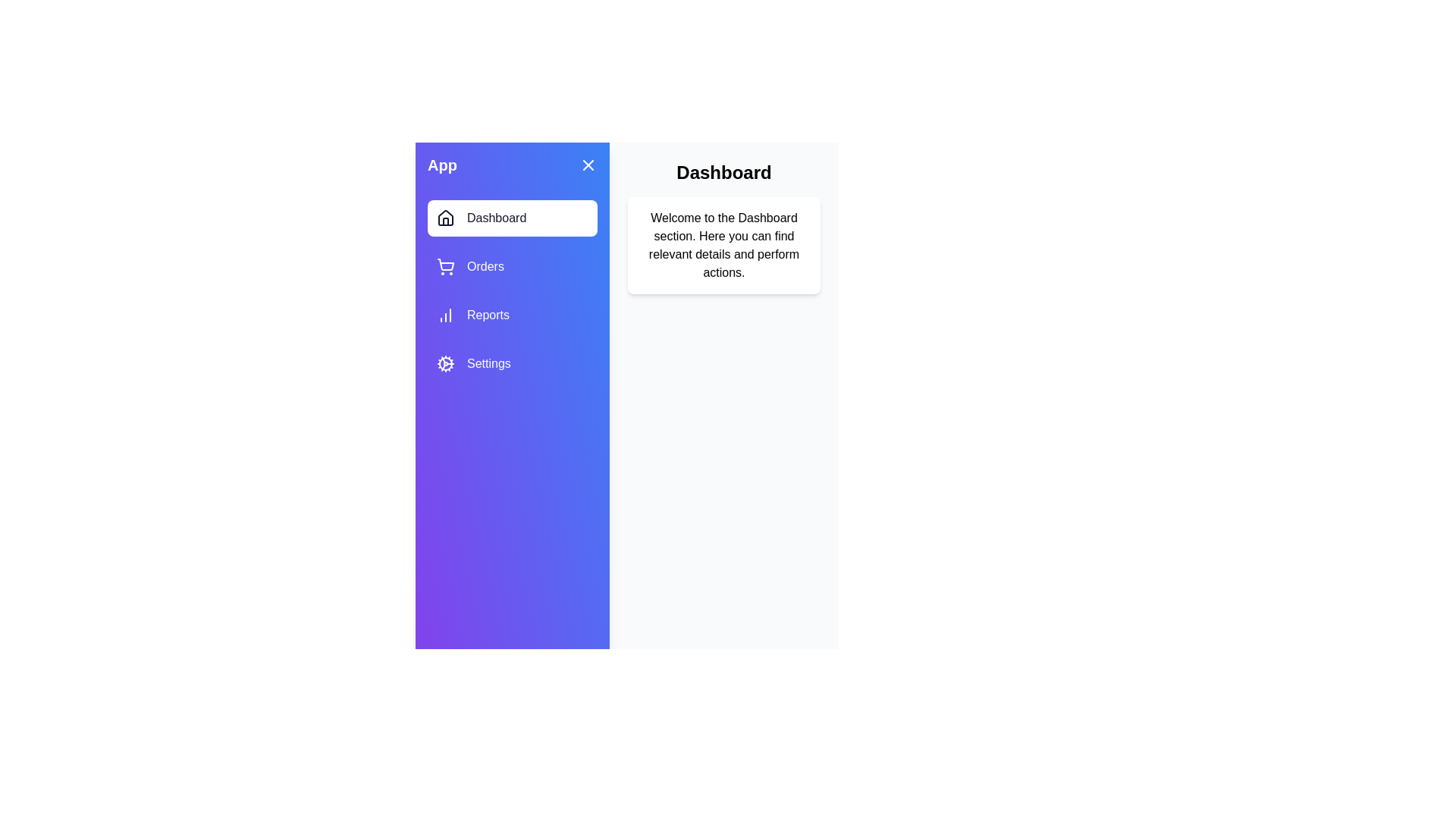  I want to click on button with the 'X' icon to toggle the drawer's state, so click(588, 165).